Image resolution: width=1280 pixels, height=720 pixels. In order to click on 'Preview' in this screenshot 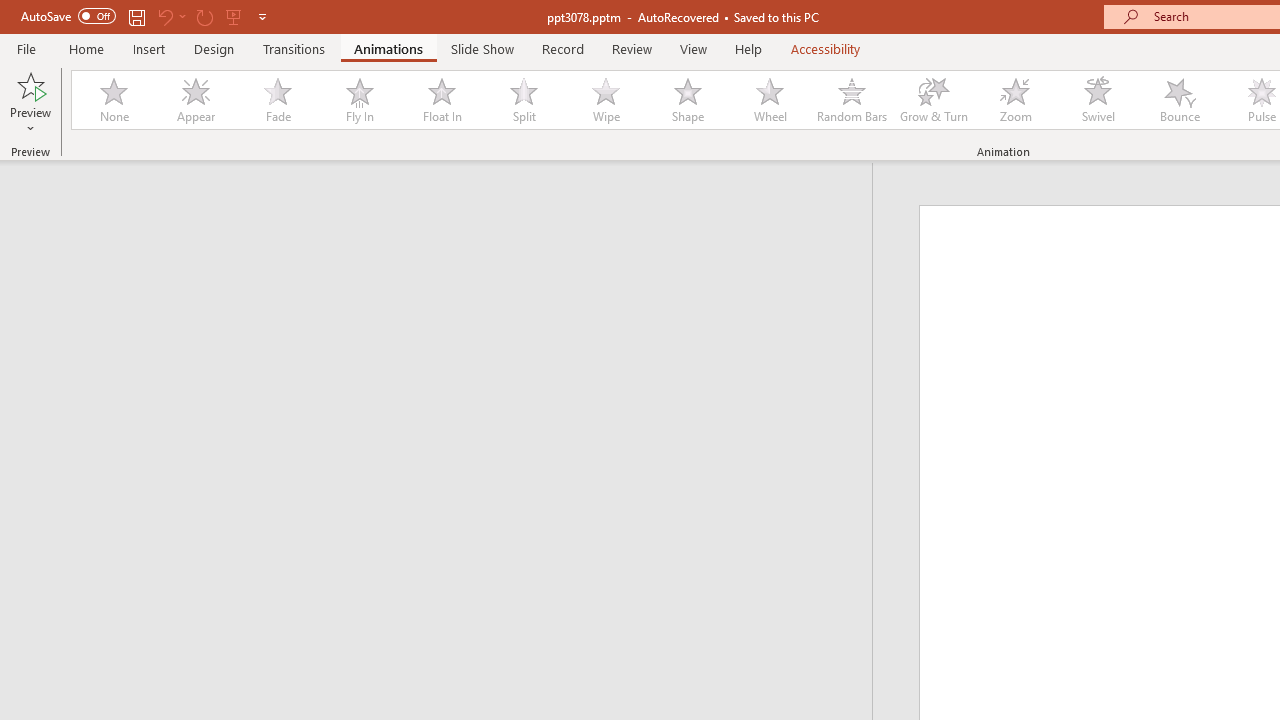, I will do `click(30, 84)`.